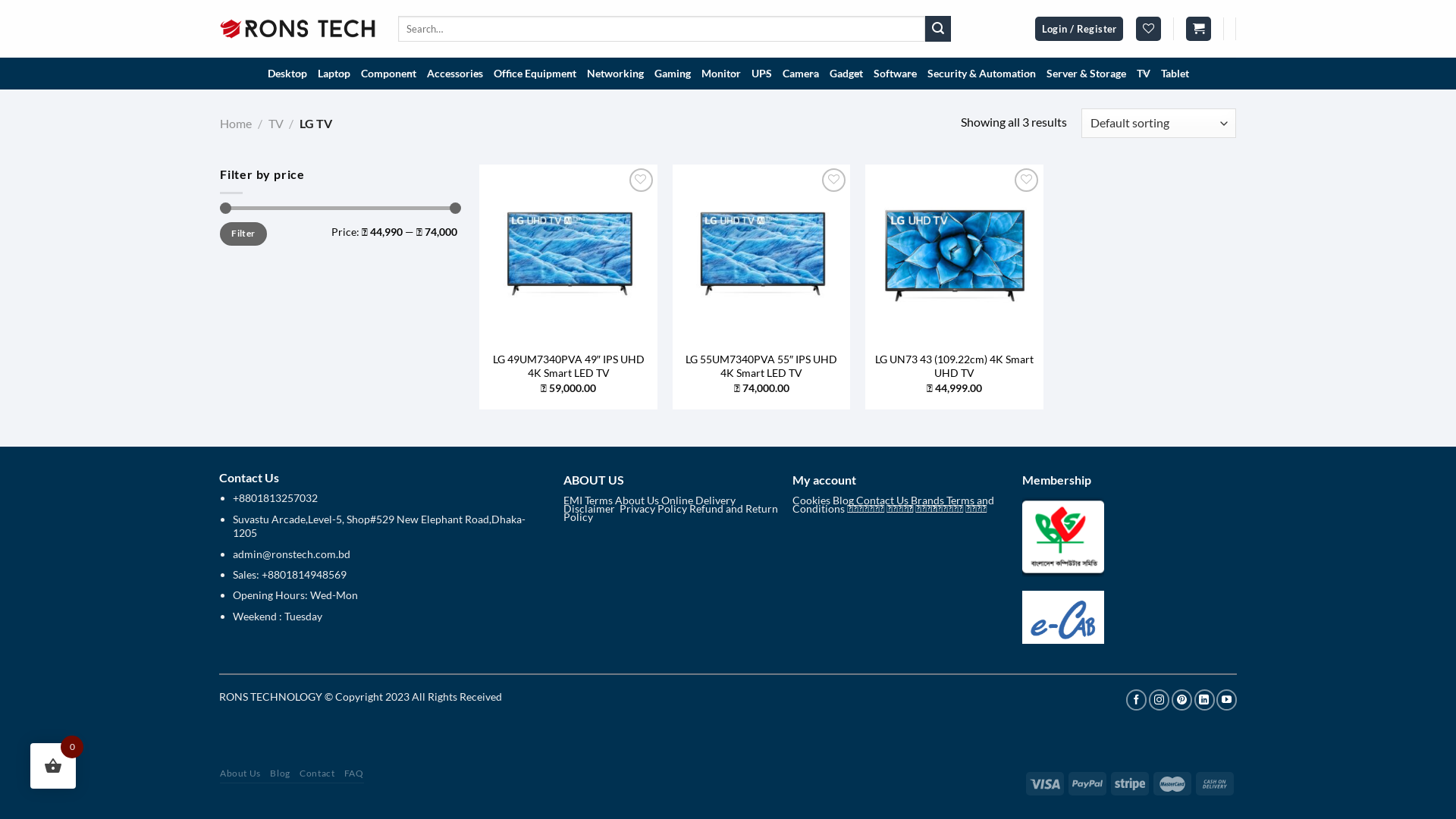  What do you see at coordinates (811, 500) in the screenshot?
I see `'Cookies'` at bounding box center [811, 500].